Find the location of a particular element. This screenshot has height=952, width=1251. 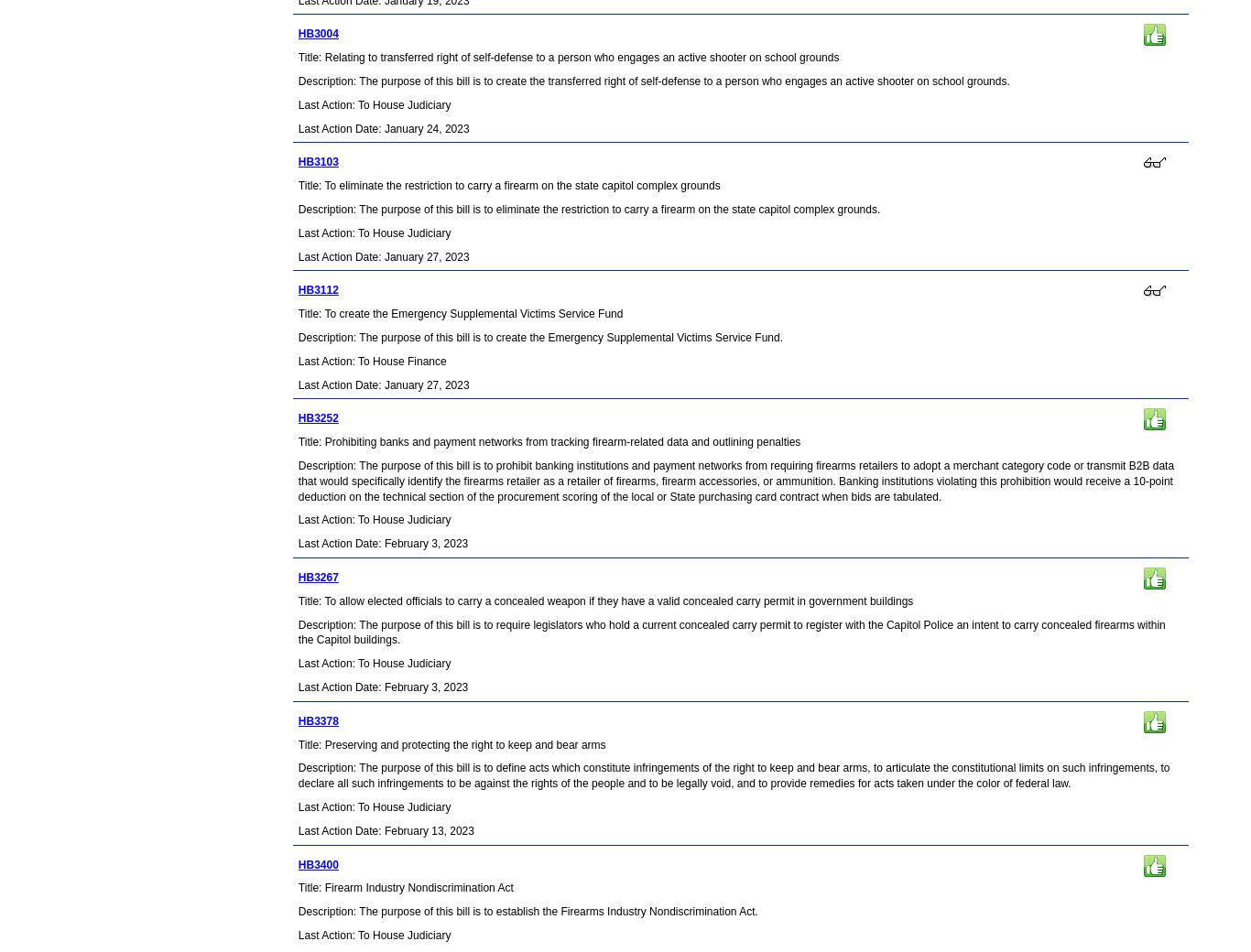

'Description: The purpose of this bill is to eliminate the restriction to carry a firearm on the state capitol complex grounds.' is located at coordinates (587, 210).